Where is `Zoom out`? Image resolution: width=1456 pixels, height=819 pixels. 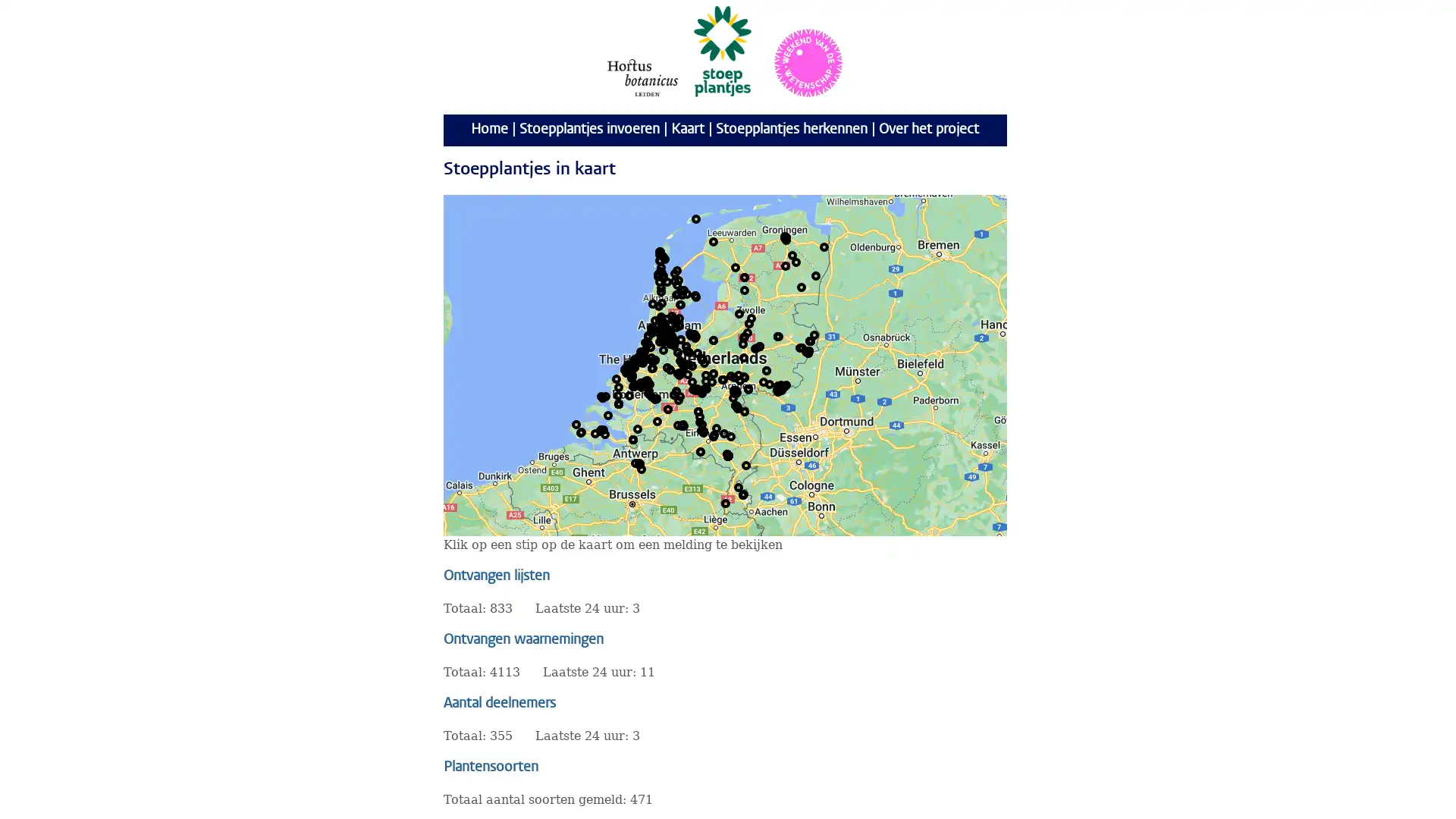
Zoom out is located at coordinates (983, 502).